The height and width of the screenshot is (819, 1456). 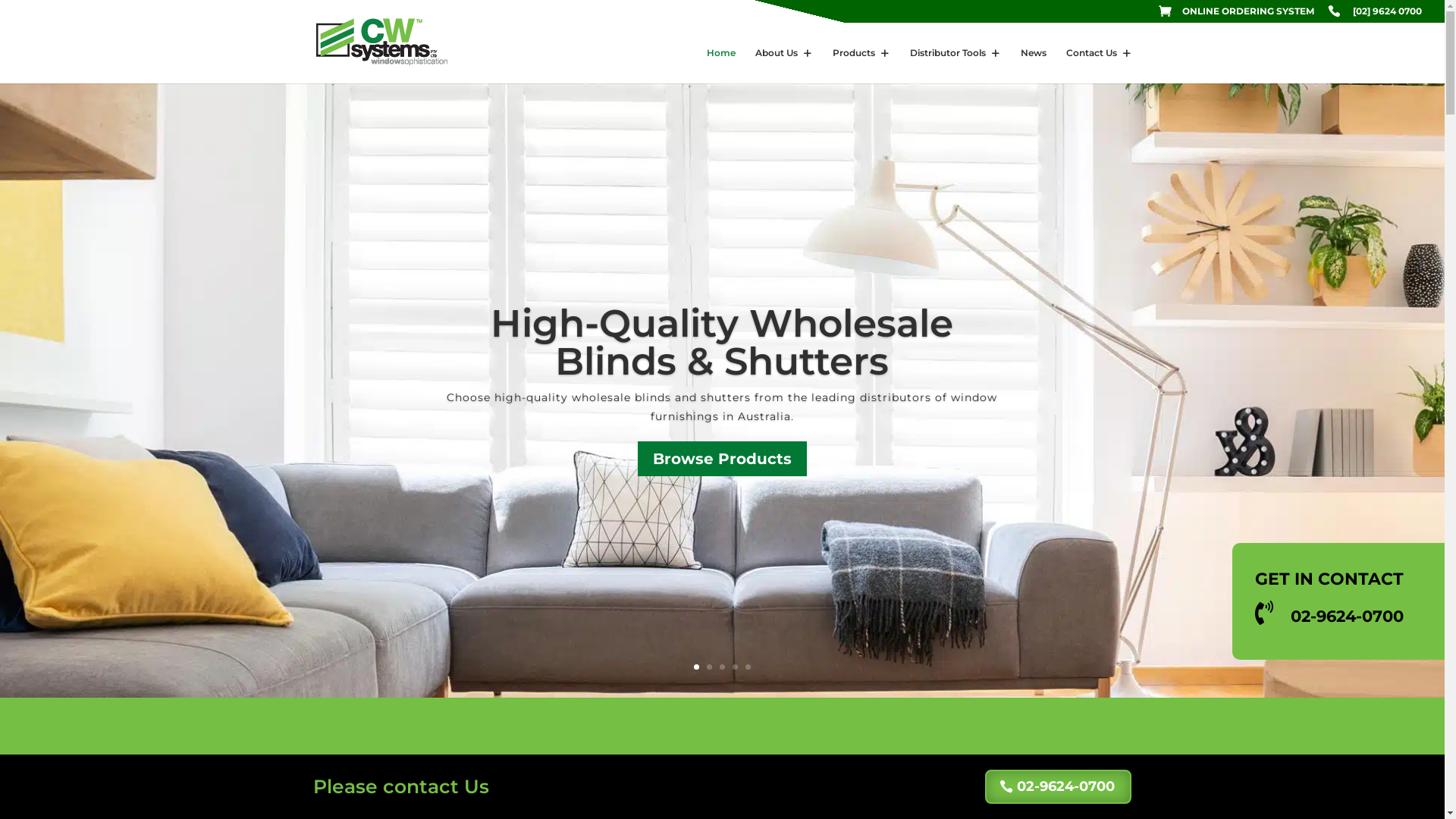 I want to click on 'Browse Products', so click(x=637, y=458).